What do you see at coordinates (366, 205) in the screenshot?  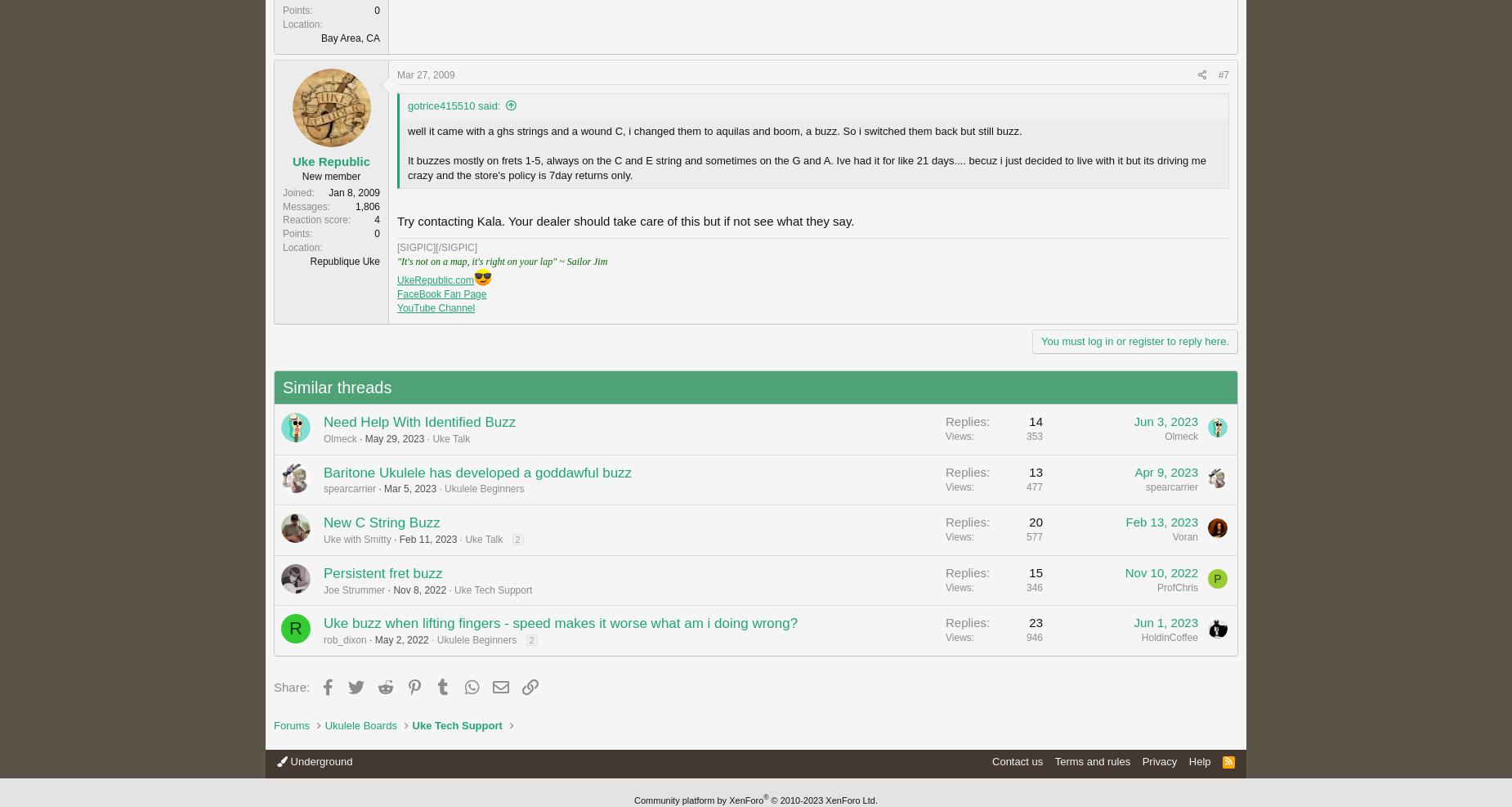 I see `'1,806'` at bounding box center [366, 205].